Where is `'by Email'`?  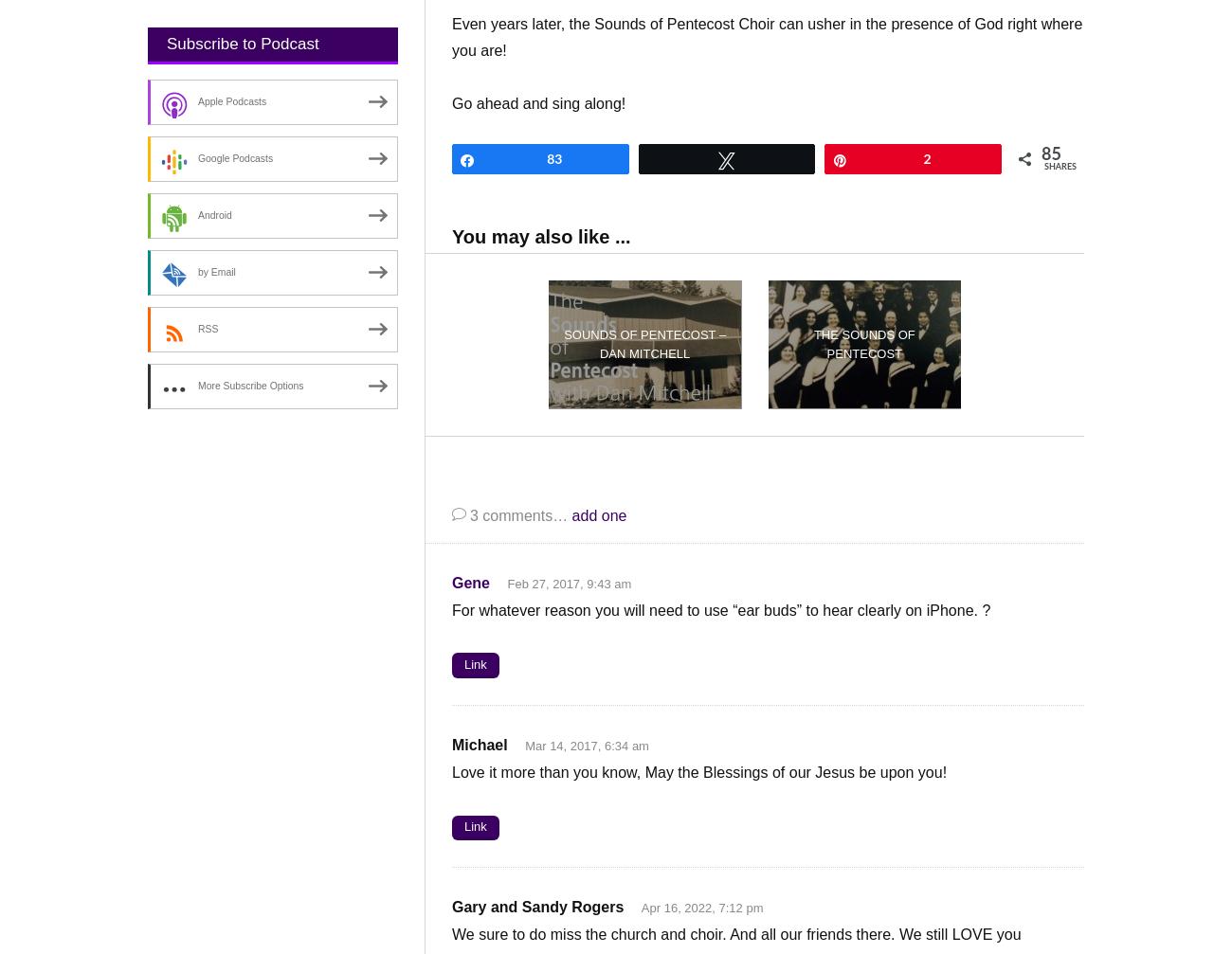 'by Email' is located at coordinates (215, 272).